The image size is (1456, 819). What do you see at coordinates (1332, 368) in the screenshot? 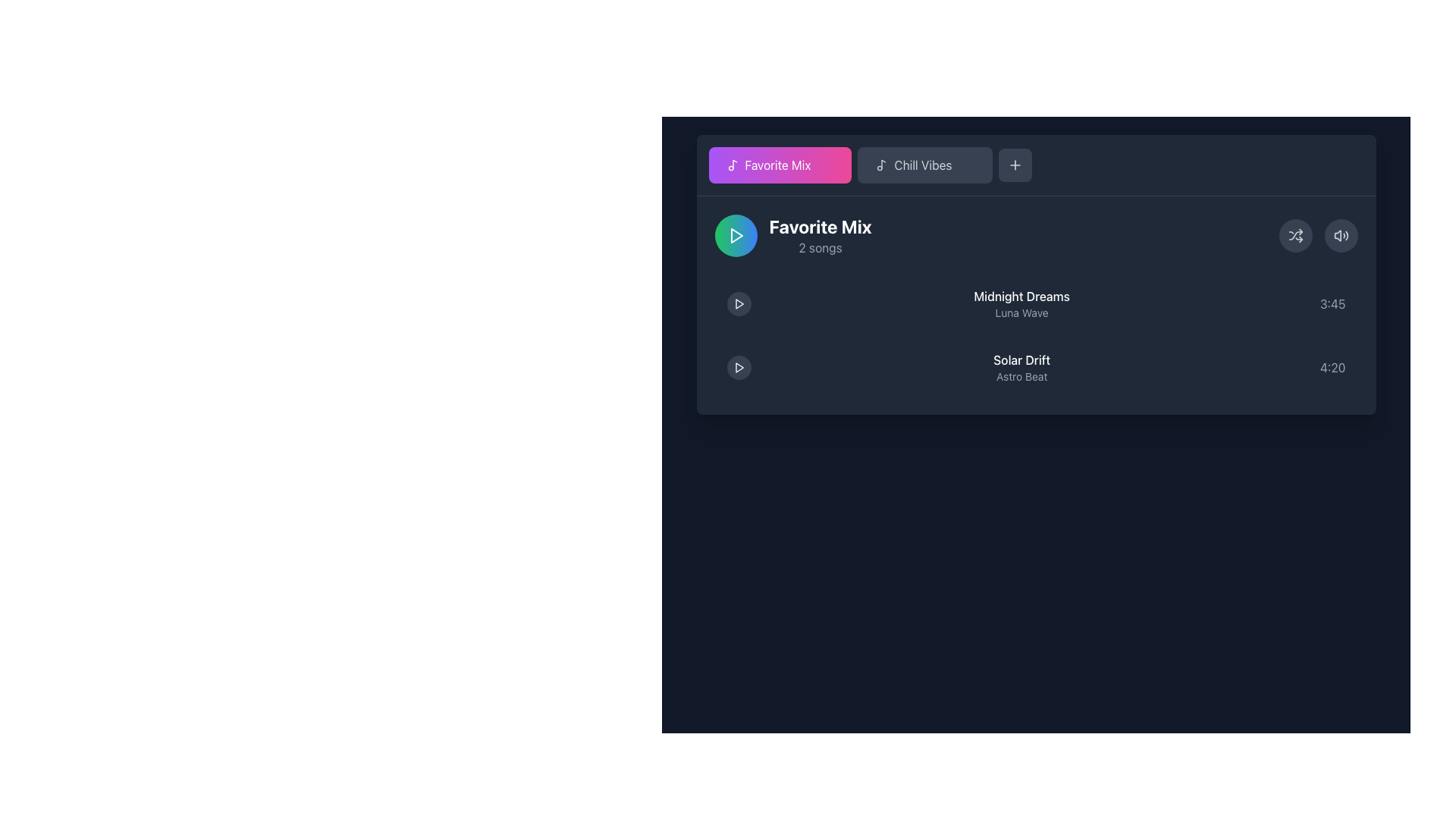
I see `the text label displaying '4:20' in light gray color, located at the bottom-right corner of the track entry for 'Solar Drift' by 'Astro Beat'` at bounding box center [1332, 368].